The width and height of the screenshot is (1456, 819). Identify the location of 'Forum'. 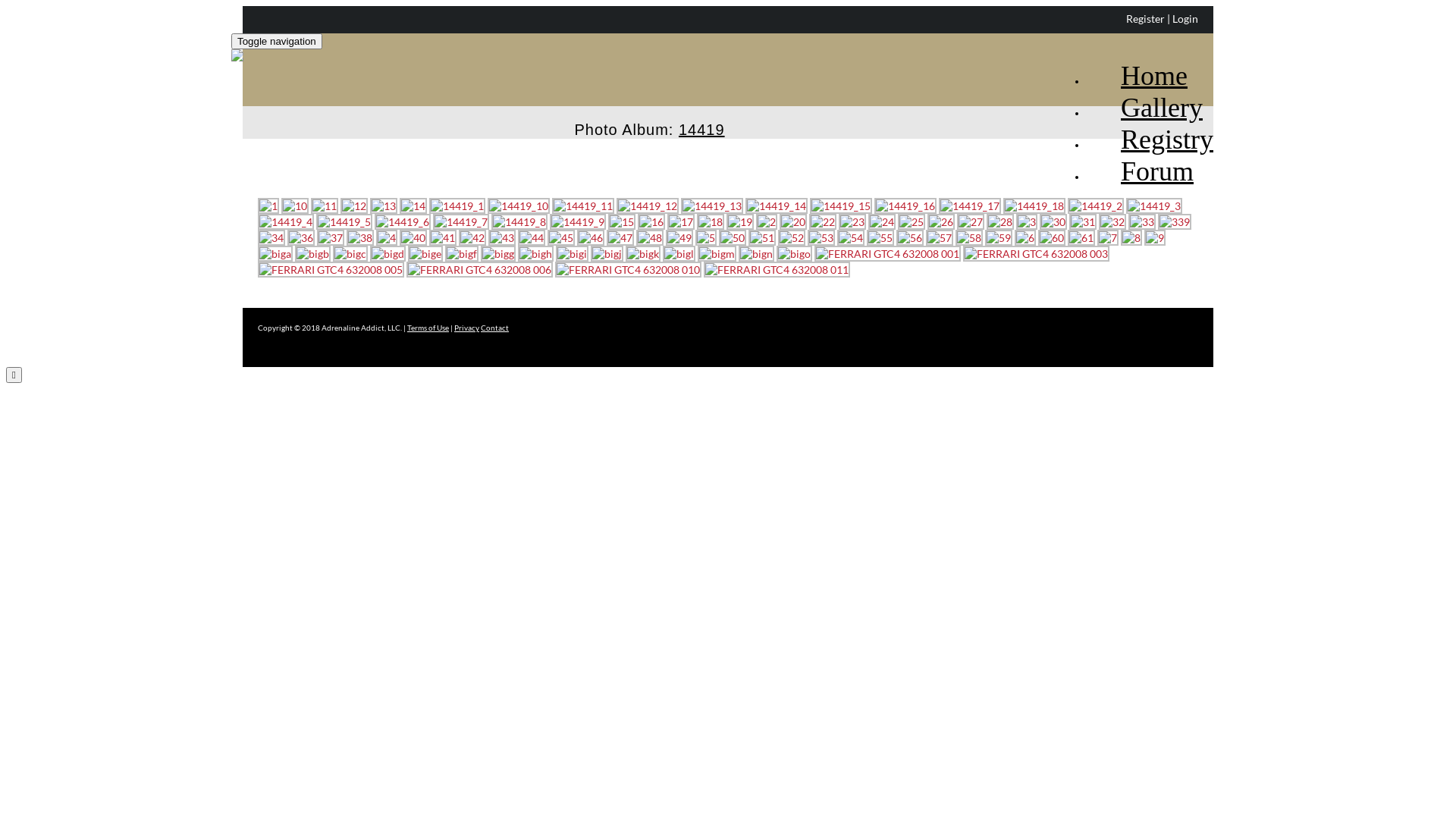
(1140, 158).